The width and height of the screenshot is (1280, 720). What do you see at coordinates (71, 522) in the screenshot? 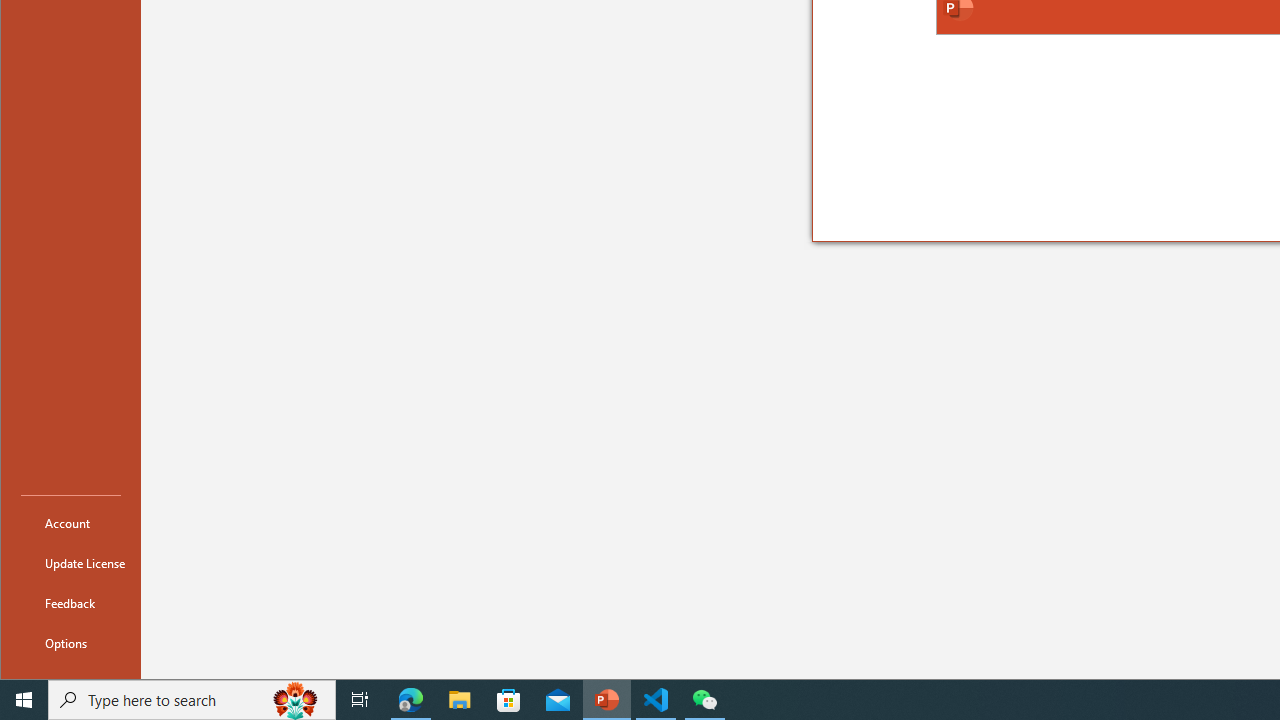
I see `'Account'` at bounding box center [71, 522].